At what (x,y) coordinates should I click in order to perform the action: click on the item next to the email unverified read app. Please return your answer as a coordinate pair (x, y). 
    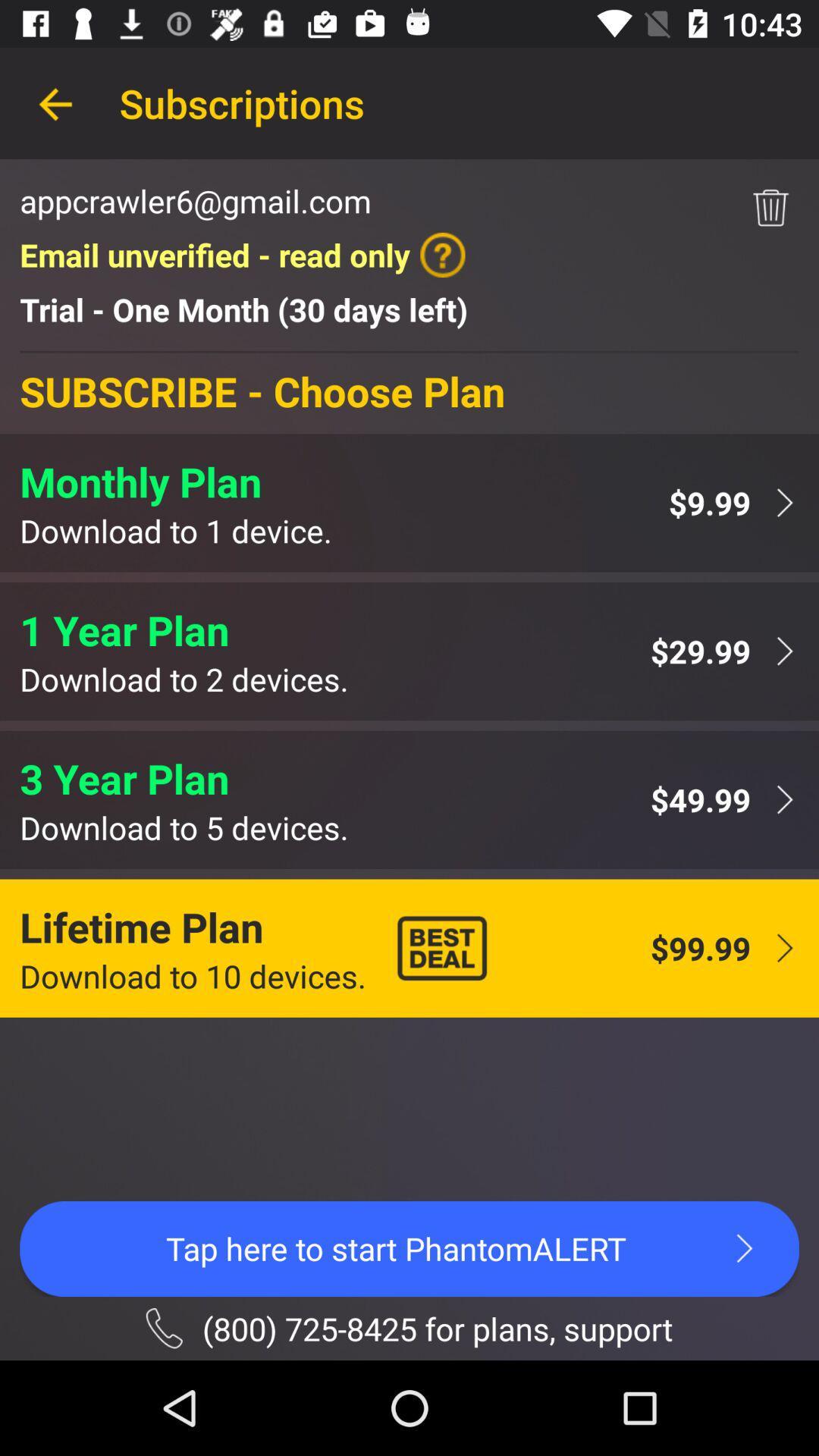
    Looking at the image, I should click on (770, 207).